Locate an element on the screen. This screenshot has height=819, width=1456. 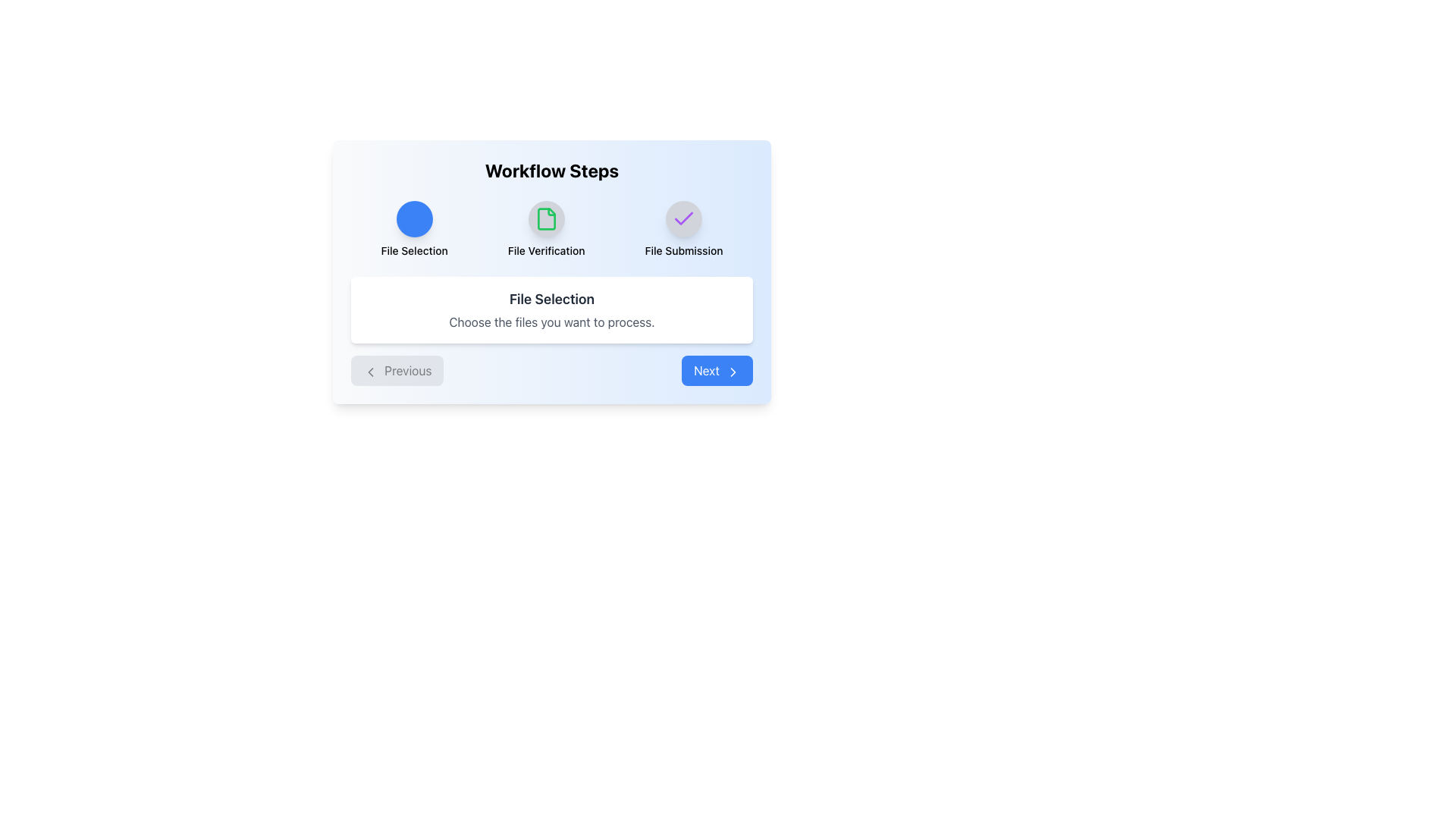
the text label that reads 'File Selection', which is styled in bold, medium size, and dark color, located in the center of the white rounded rectangular area under the 'Workflow Steps' title is located at coordinates (551, 299).